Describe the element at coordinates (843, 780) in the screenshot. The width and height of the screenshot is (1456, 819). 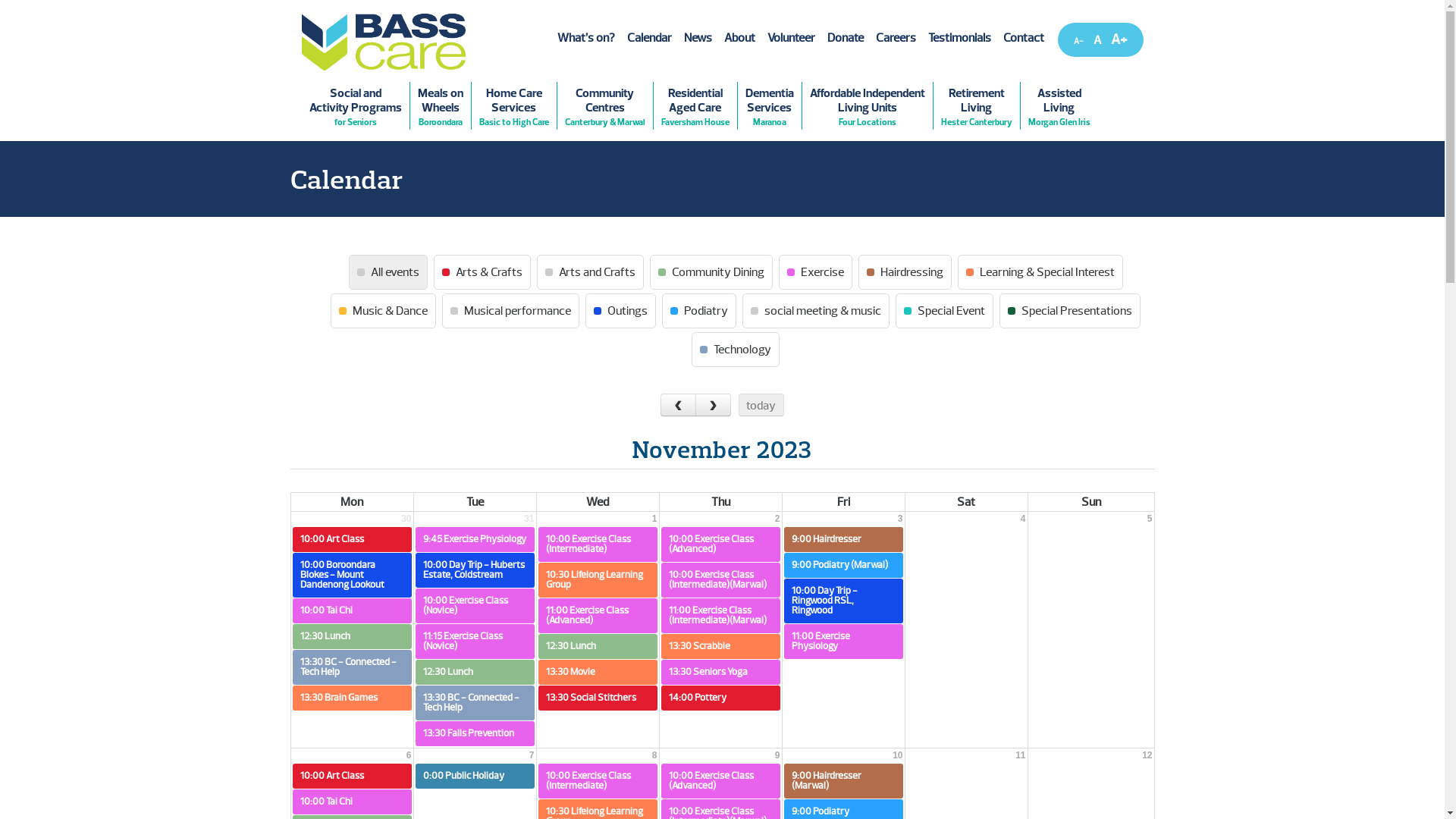
I see `'9:00 Hairdresser (Marwal)` at that location.